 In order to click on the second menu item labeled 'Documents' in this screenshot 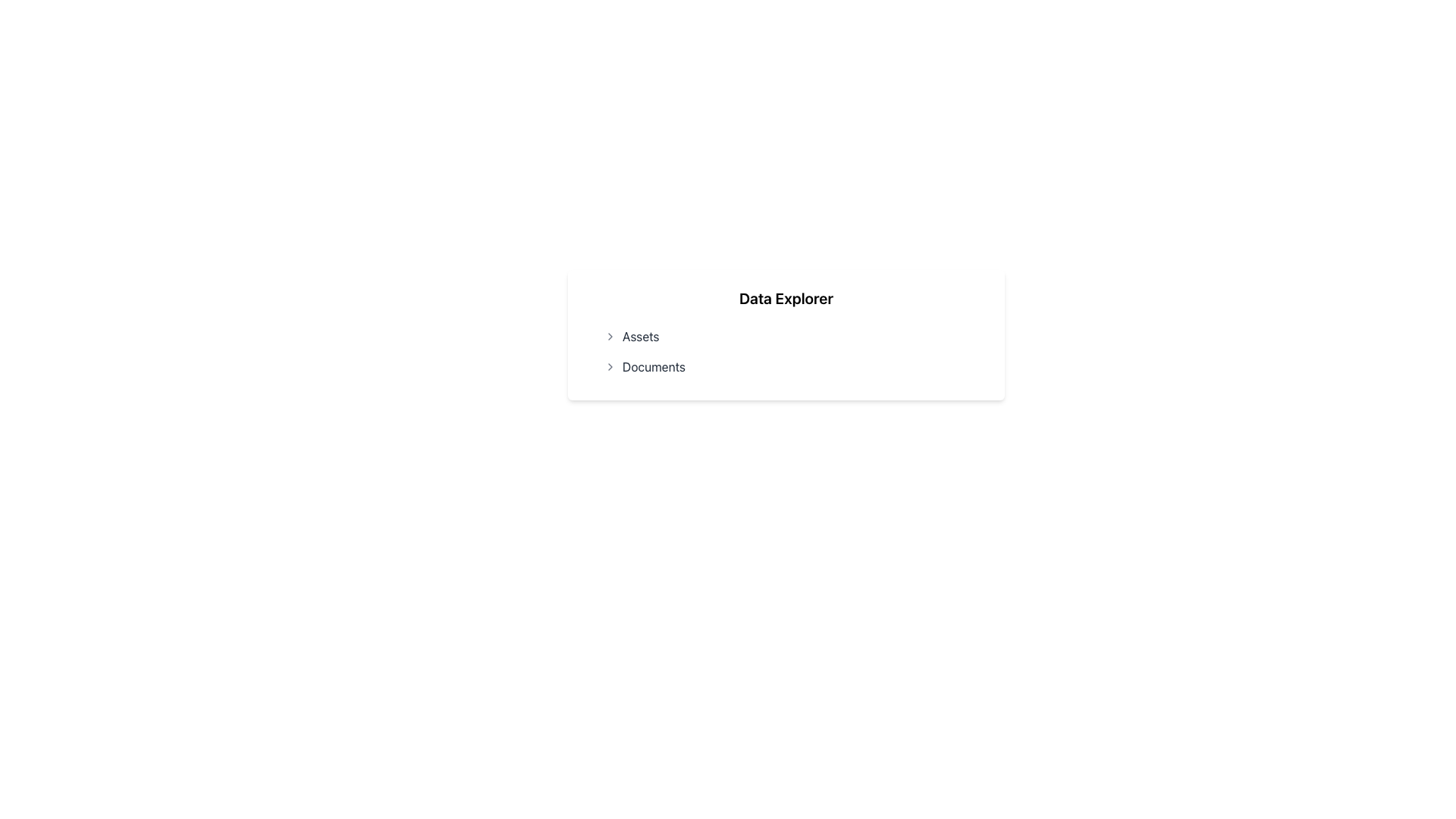, I will do `click(786, 366)`.